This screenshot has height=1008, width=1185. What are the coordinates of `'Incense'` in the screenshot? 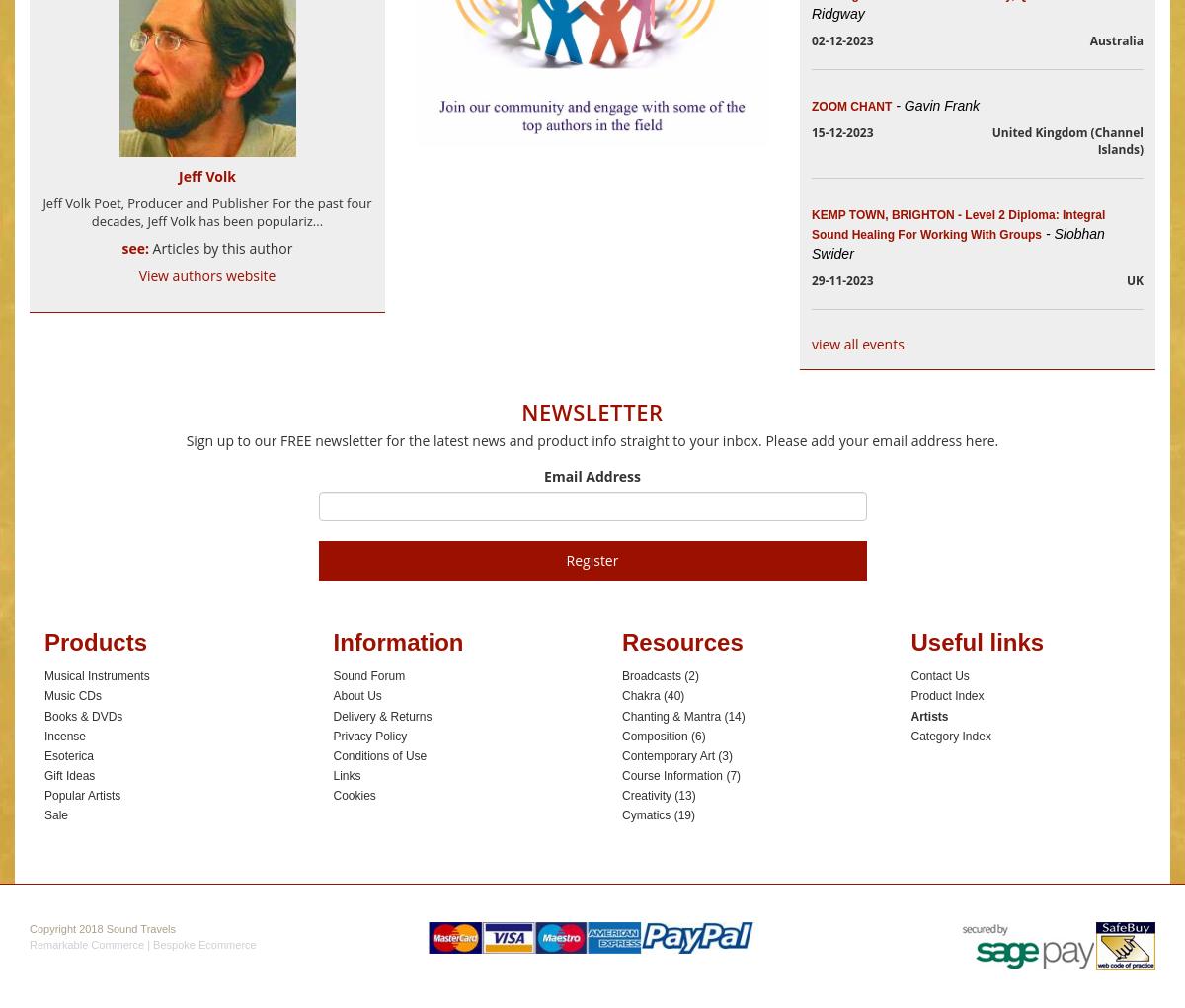 It's located at (65, 735).